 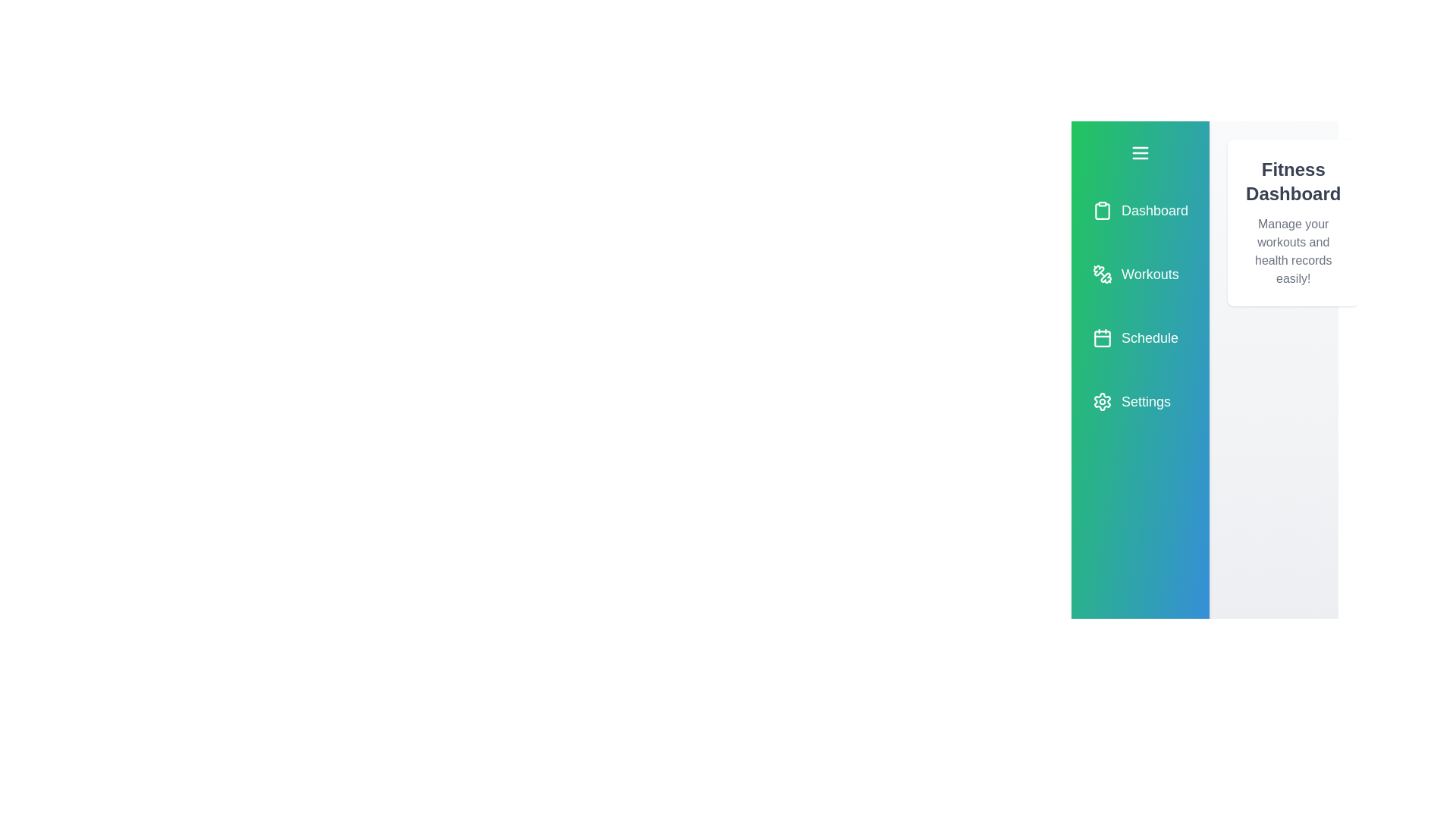 I want to click on the menu item 'Settings' to trigger the hover effect, so click(x=1140, y=400).